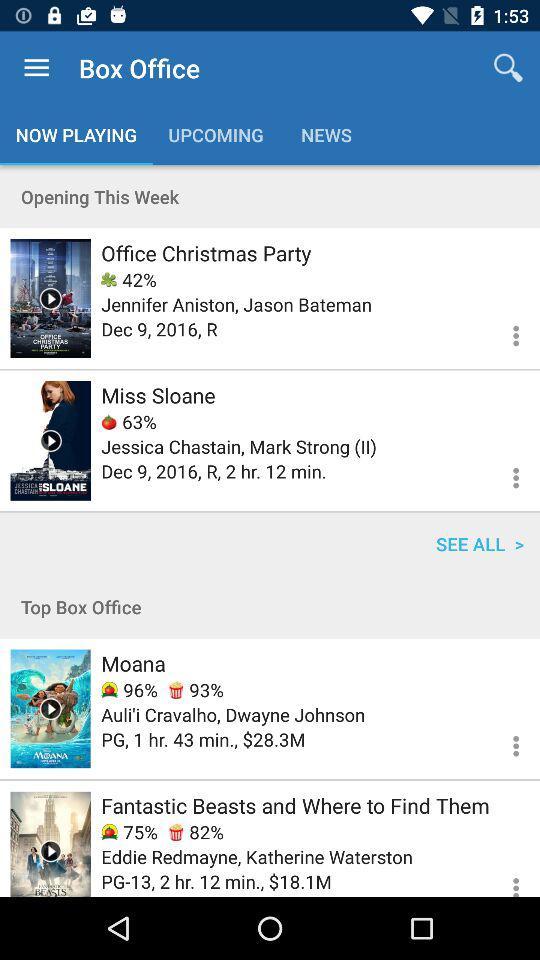 This screenshot has width=540, height=960. I want to click on movie, so click(50, 708).